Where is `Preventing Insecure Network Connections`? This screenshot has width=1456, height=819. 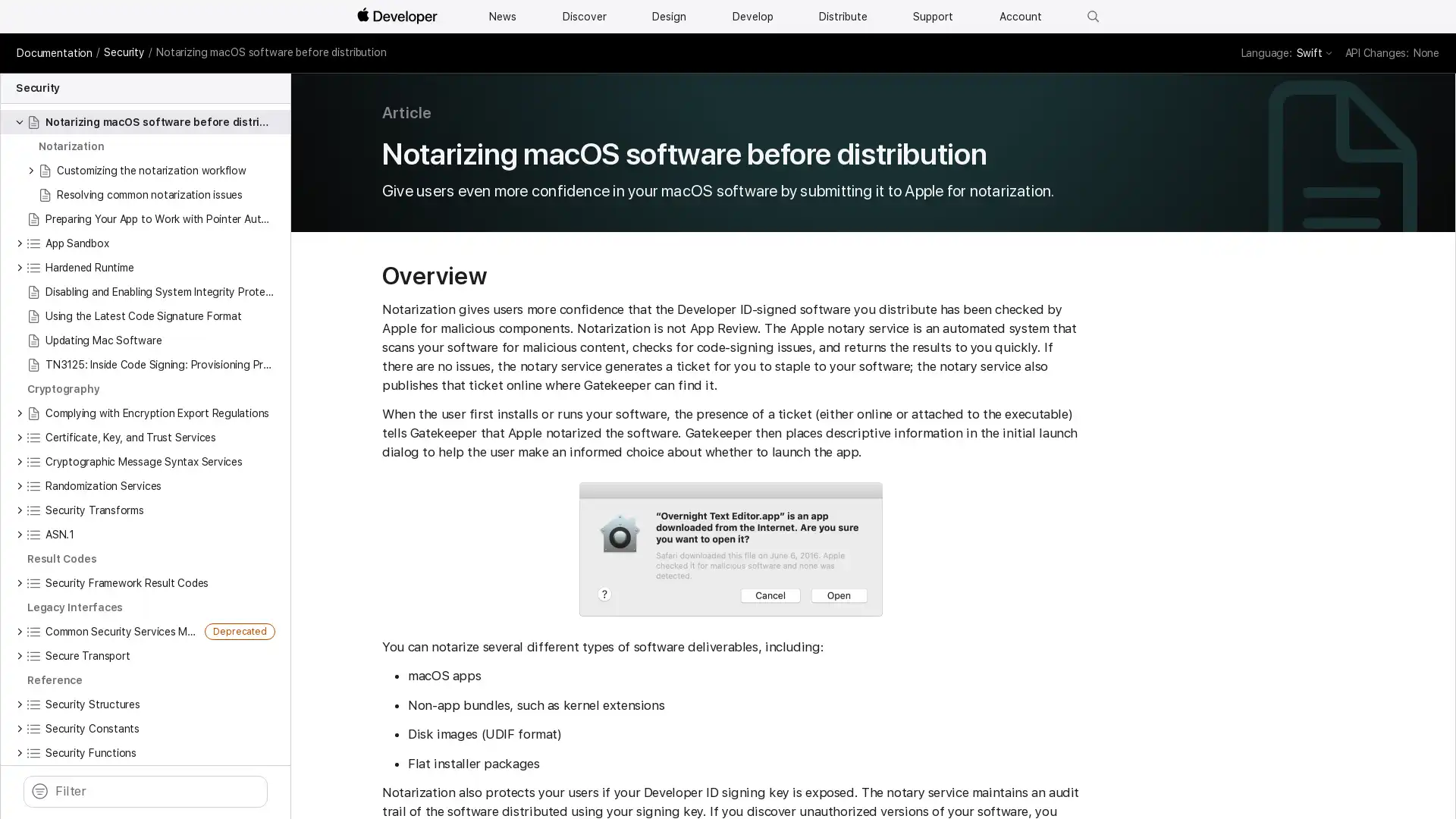 Preventing Insecure Network Connections is located at coordinates (17, 58).